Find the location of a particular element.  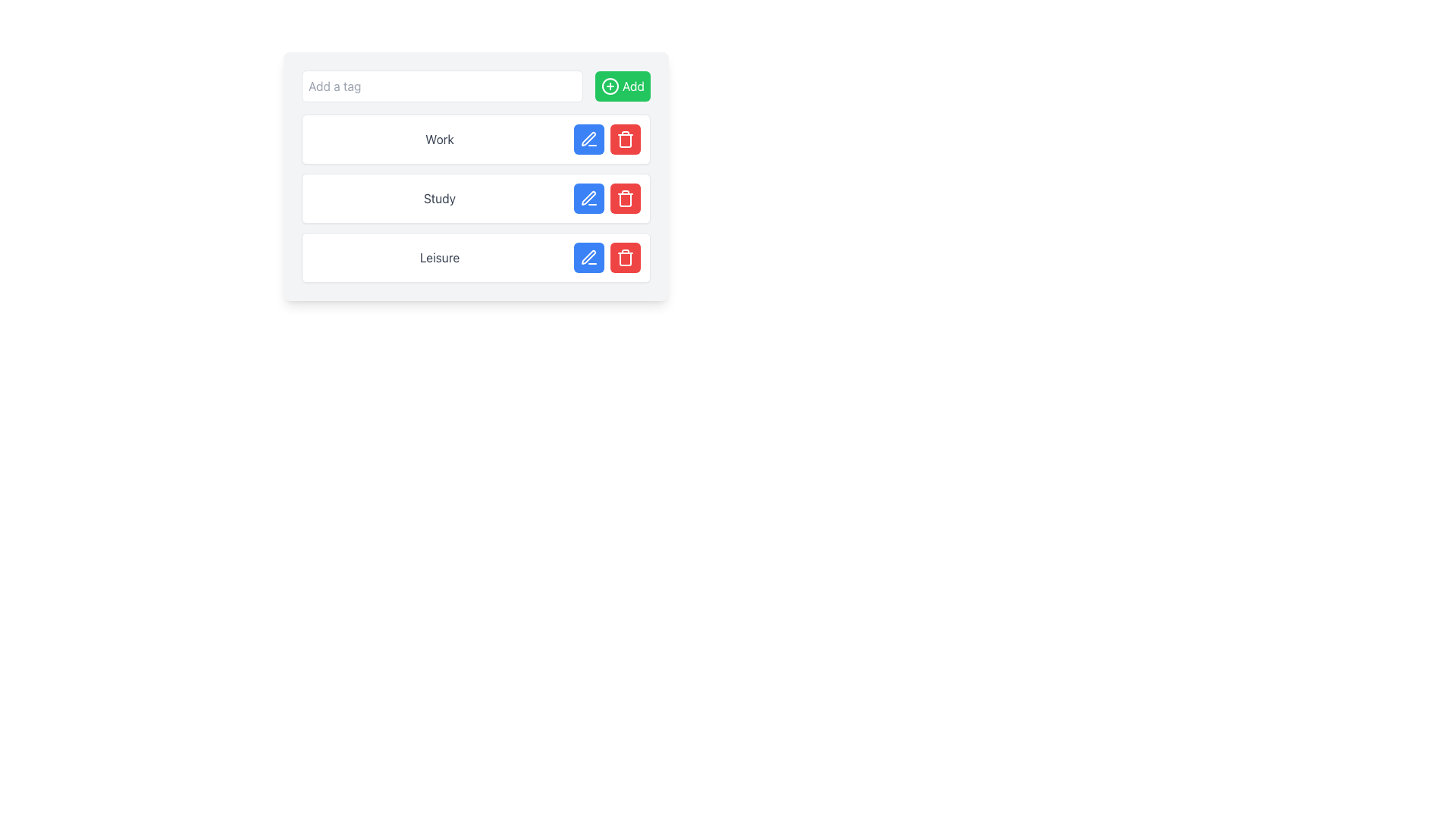

the edit icon adjacent to the text 'Study' is located at coordinates (588, 197).